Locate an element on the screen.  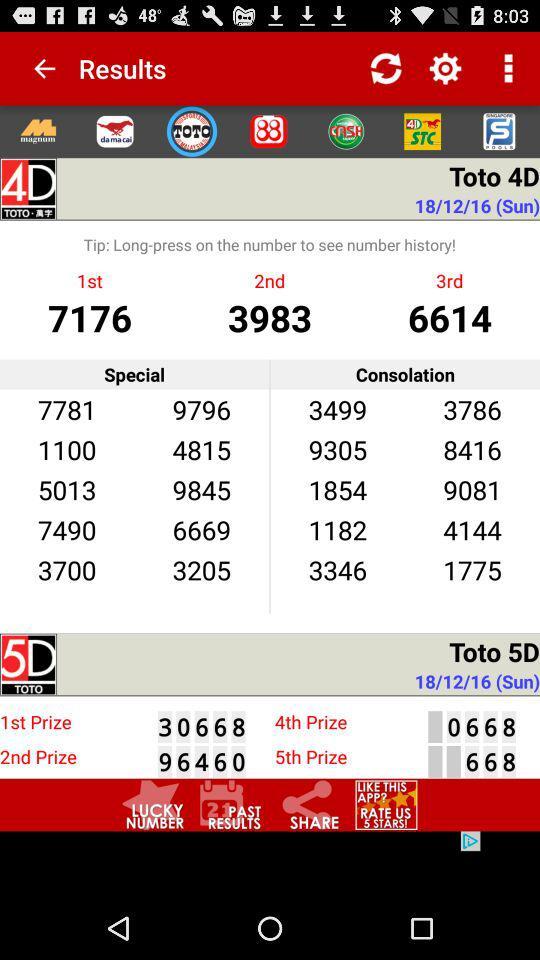
item above the 1775 item is located at coordinates (472, 528).